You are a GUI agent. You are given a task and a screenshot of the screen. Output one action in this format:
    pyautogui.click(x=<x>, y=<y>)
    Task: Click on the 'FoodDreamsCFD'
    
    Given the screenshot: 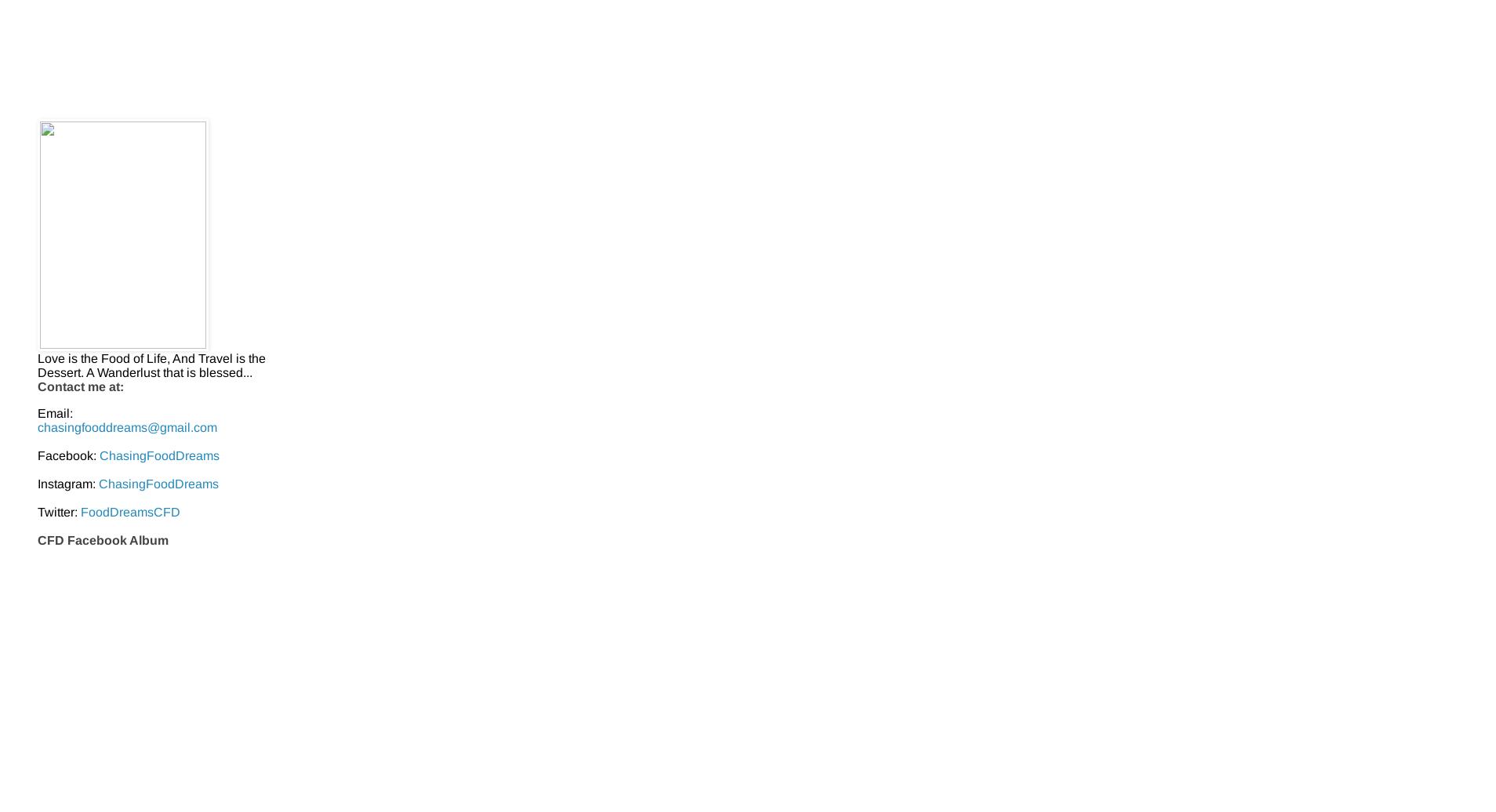 What is the action you would take?
    pyautogui.click(x=128, y=511)
    